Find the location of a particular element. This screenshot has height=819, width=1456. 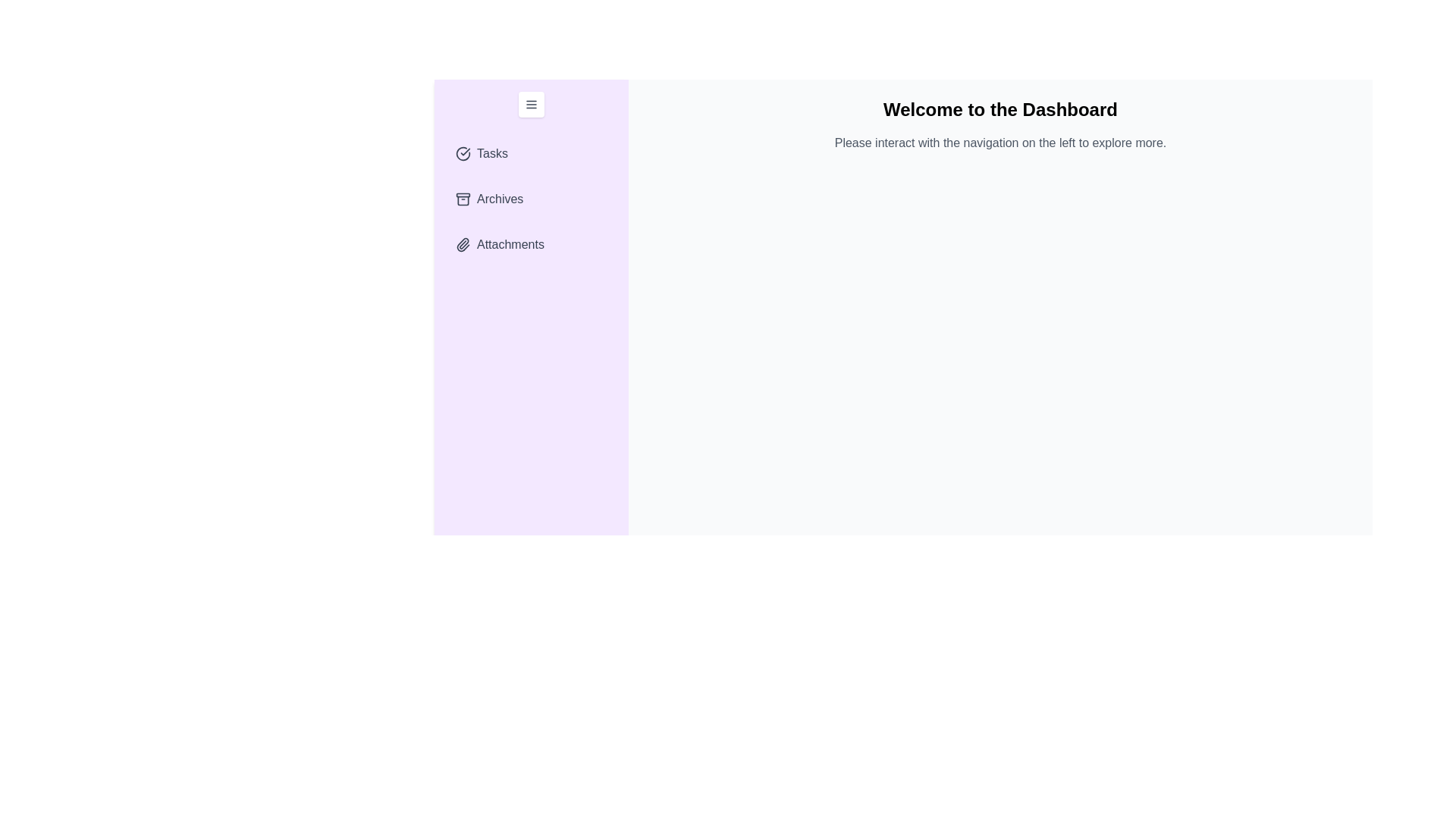

the section Tasks in the drawer to expand it is located at coordinates (531, 154).